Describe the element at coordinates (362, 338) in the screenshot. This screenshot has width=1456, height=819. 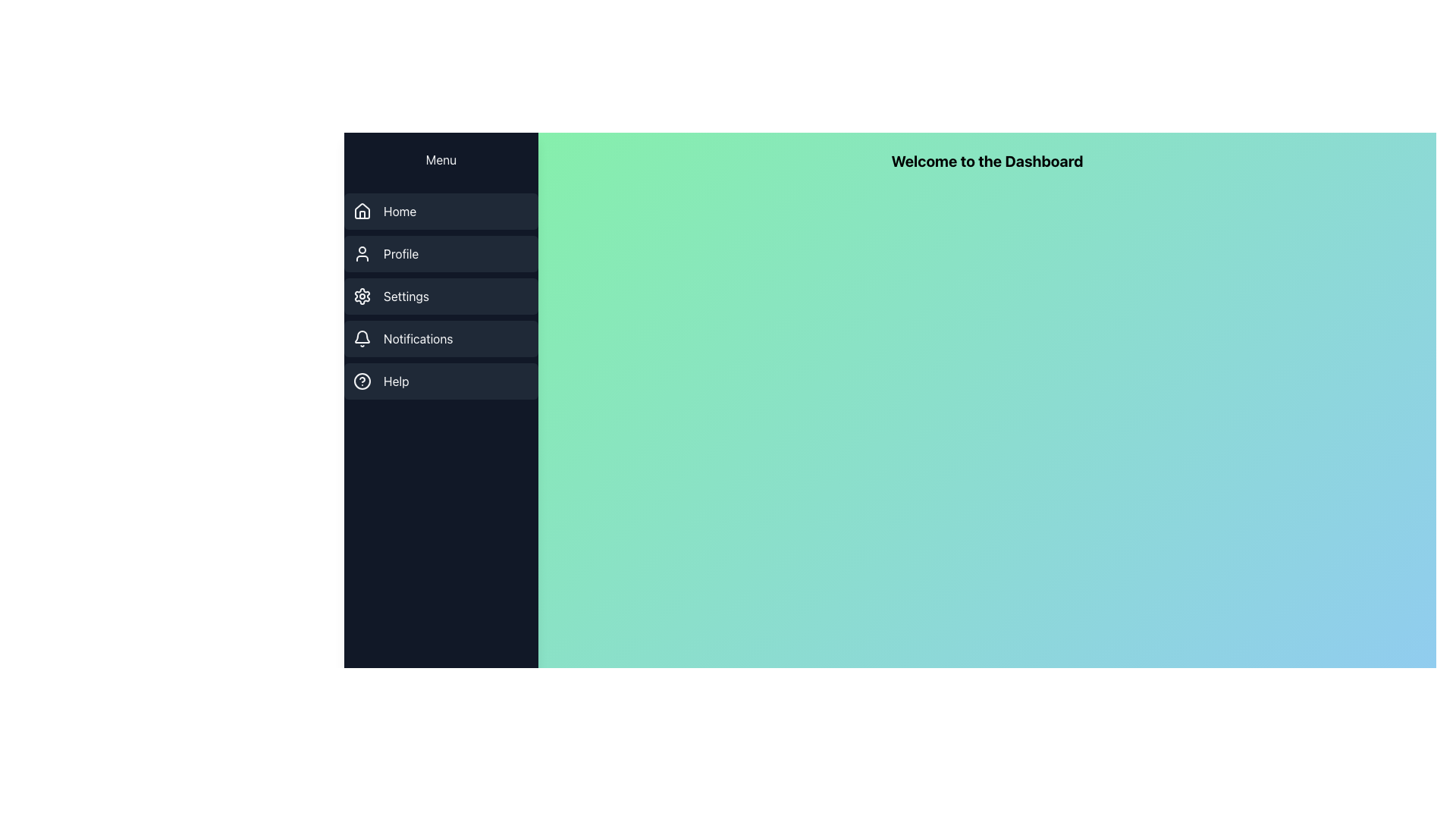
I see `the light gray bell icon in the Notifications menu, which is the fourth item in the vertical navigation bar` at that location.